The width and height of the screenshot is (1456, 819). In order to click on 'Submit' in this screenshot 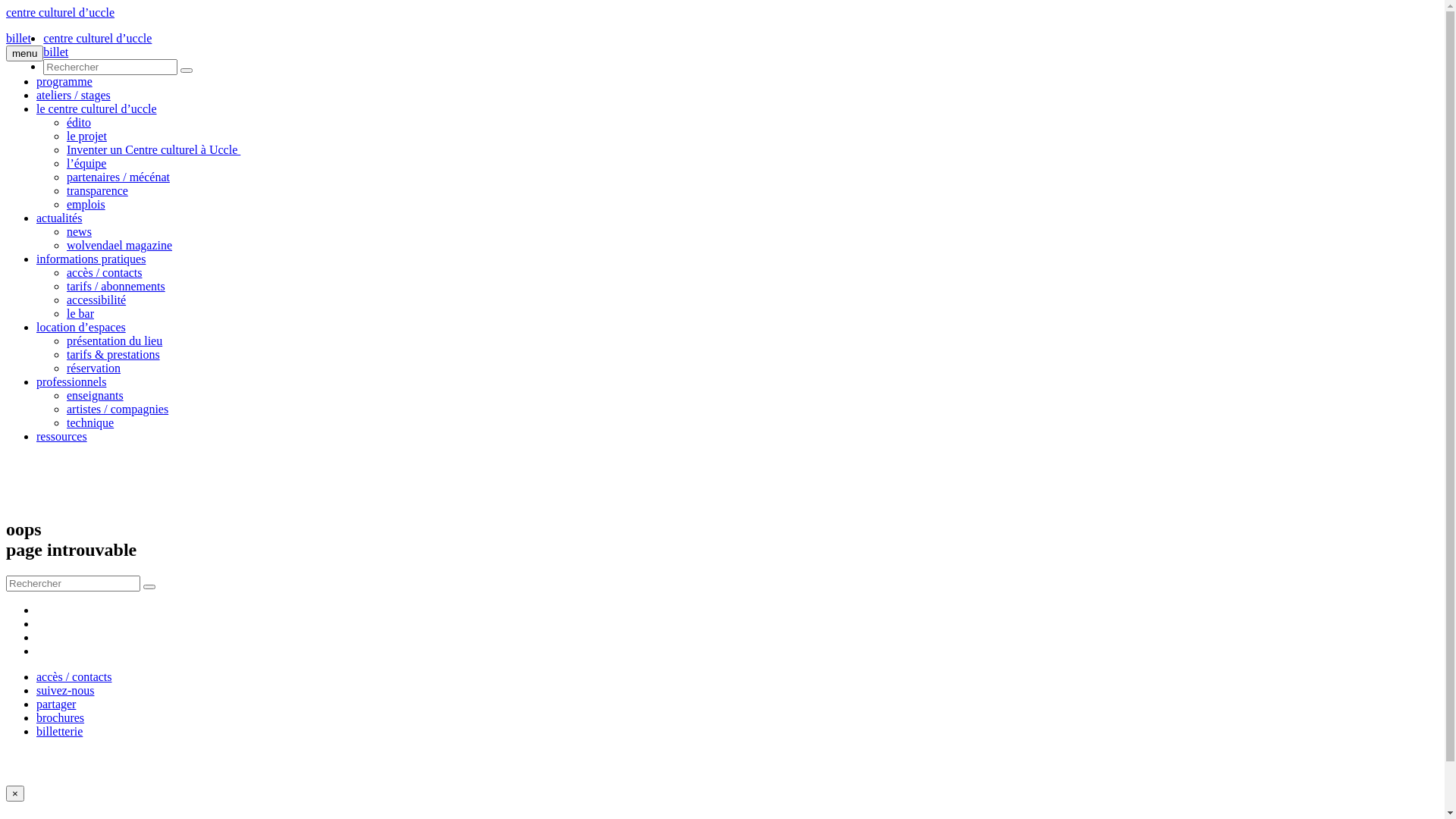, I will do `click(185, 70)`.